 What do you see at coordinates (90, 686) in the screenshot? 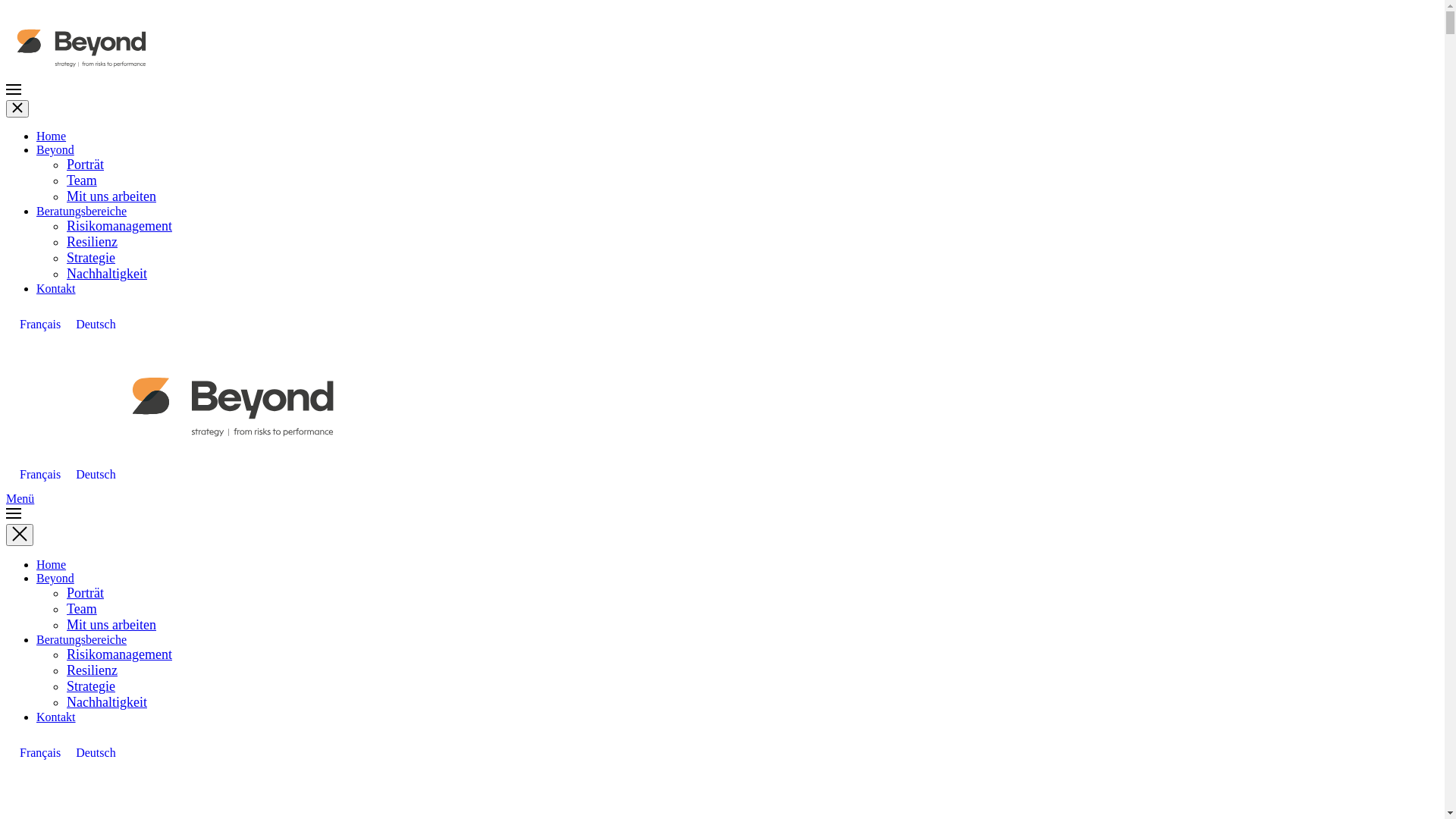
I see `'Strategie'` at bounding box center [90, 686].